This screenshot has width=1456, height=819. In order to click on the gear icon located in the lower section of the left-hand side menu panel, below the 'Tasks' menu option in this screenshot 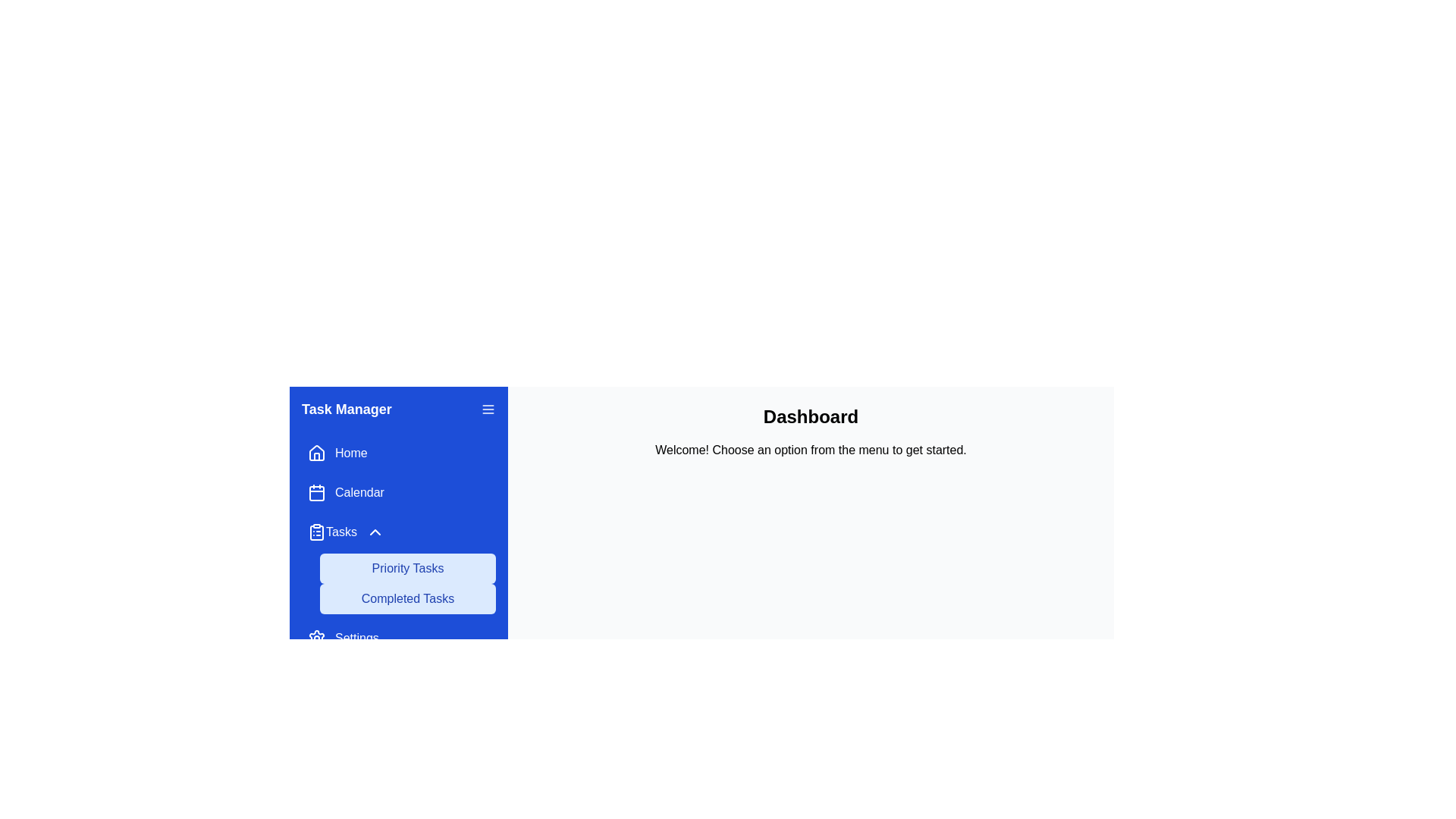, I will do `click(315, 638)`.